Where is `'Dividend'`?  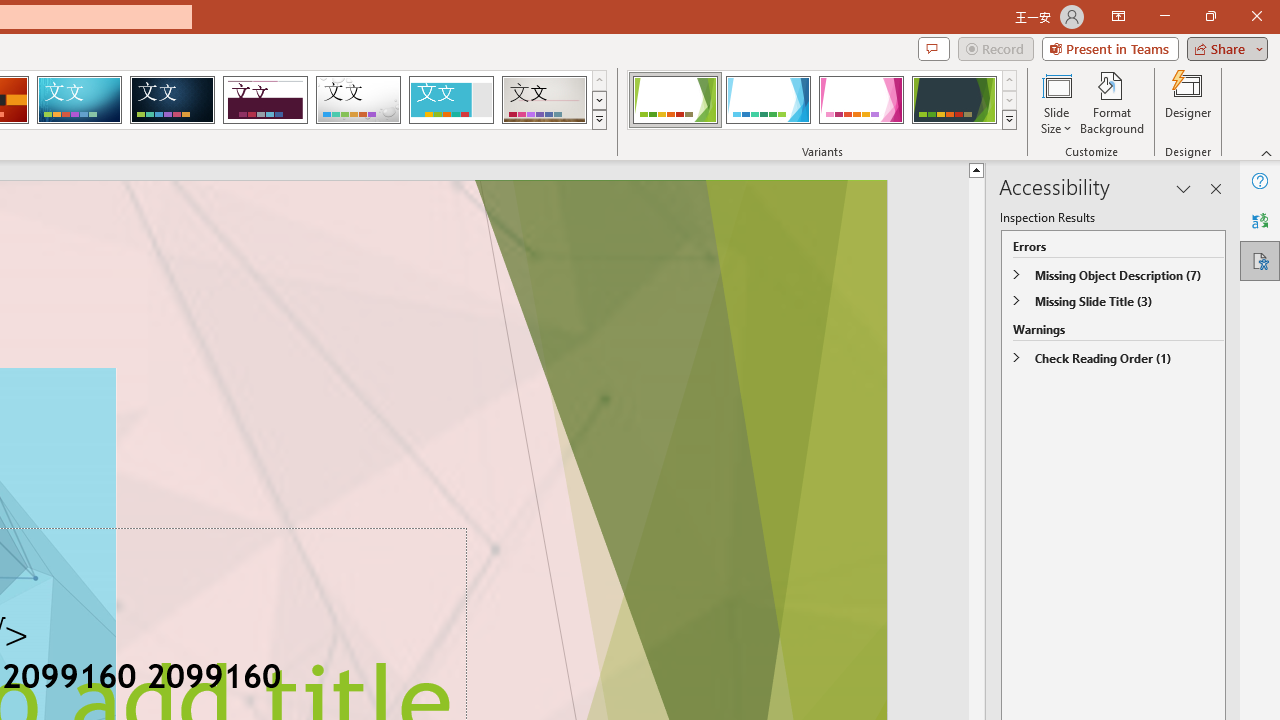 'Dividend' is located at coordinates (264, 100).